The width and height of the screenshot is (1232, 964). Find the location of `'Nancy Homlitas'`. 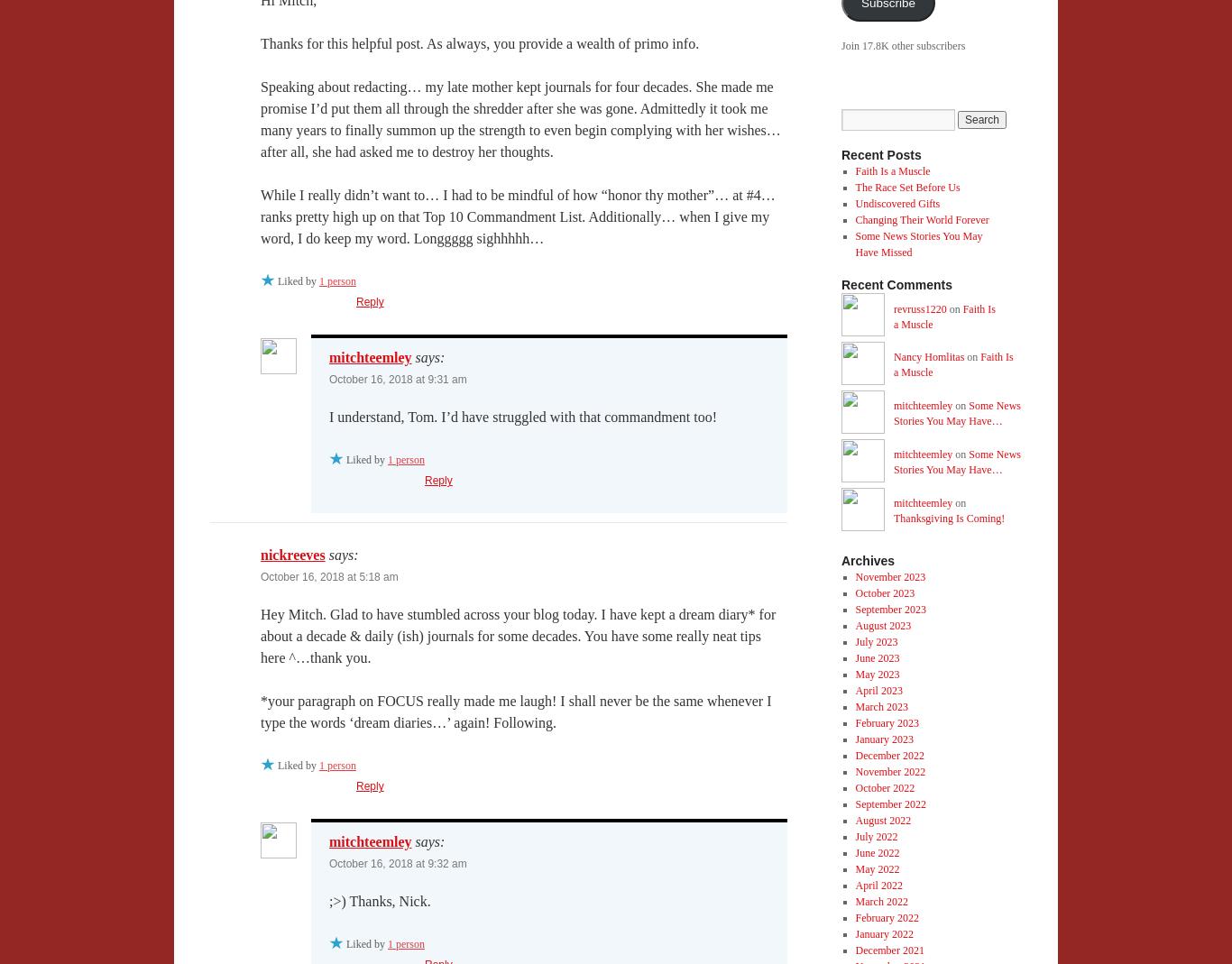

'Nancy Homlitas' is located at coordinates (927, 355).